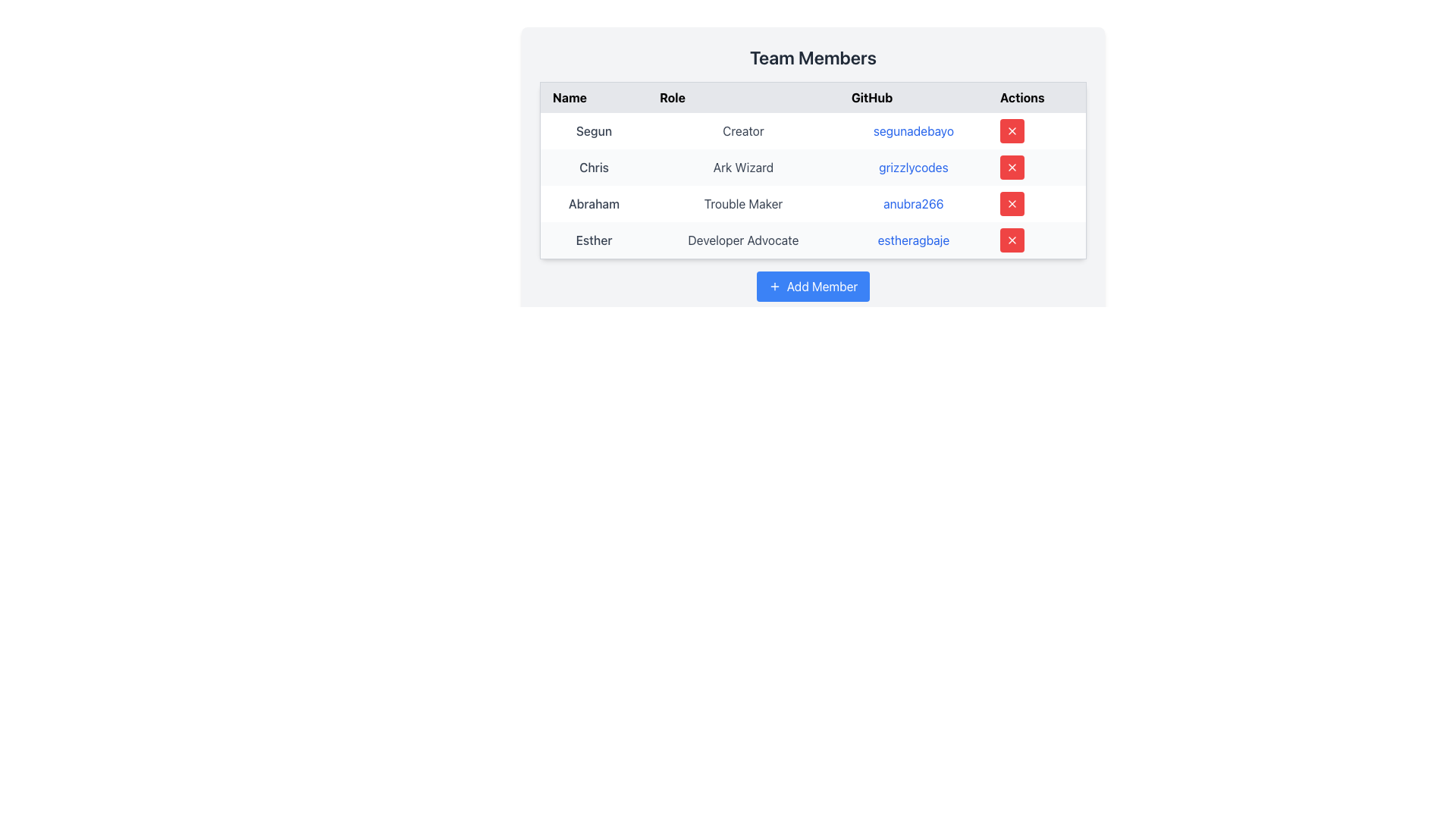  Describe the element at coordinates (1036, 240) in the screenshot. I see `the red delete button with a white 'X' symbol located in the 'Actions' column of the table for the user 'Esther', Developer Advocate` at that location.